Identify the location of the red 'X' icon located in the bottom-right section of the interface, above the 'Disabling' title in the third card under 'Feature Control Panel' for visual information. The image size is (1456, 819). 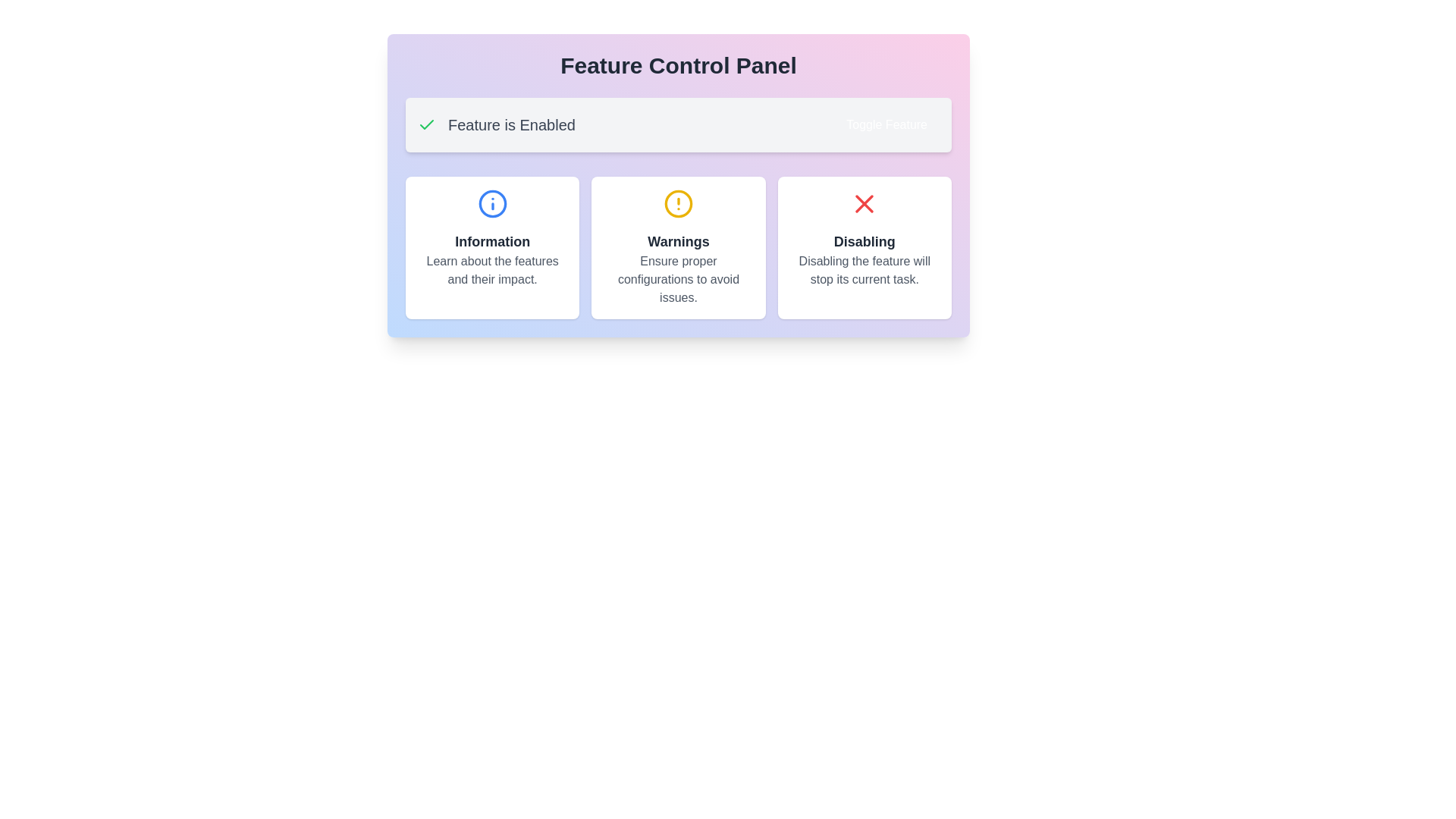
(864, 203).